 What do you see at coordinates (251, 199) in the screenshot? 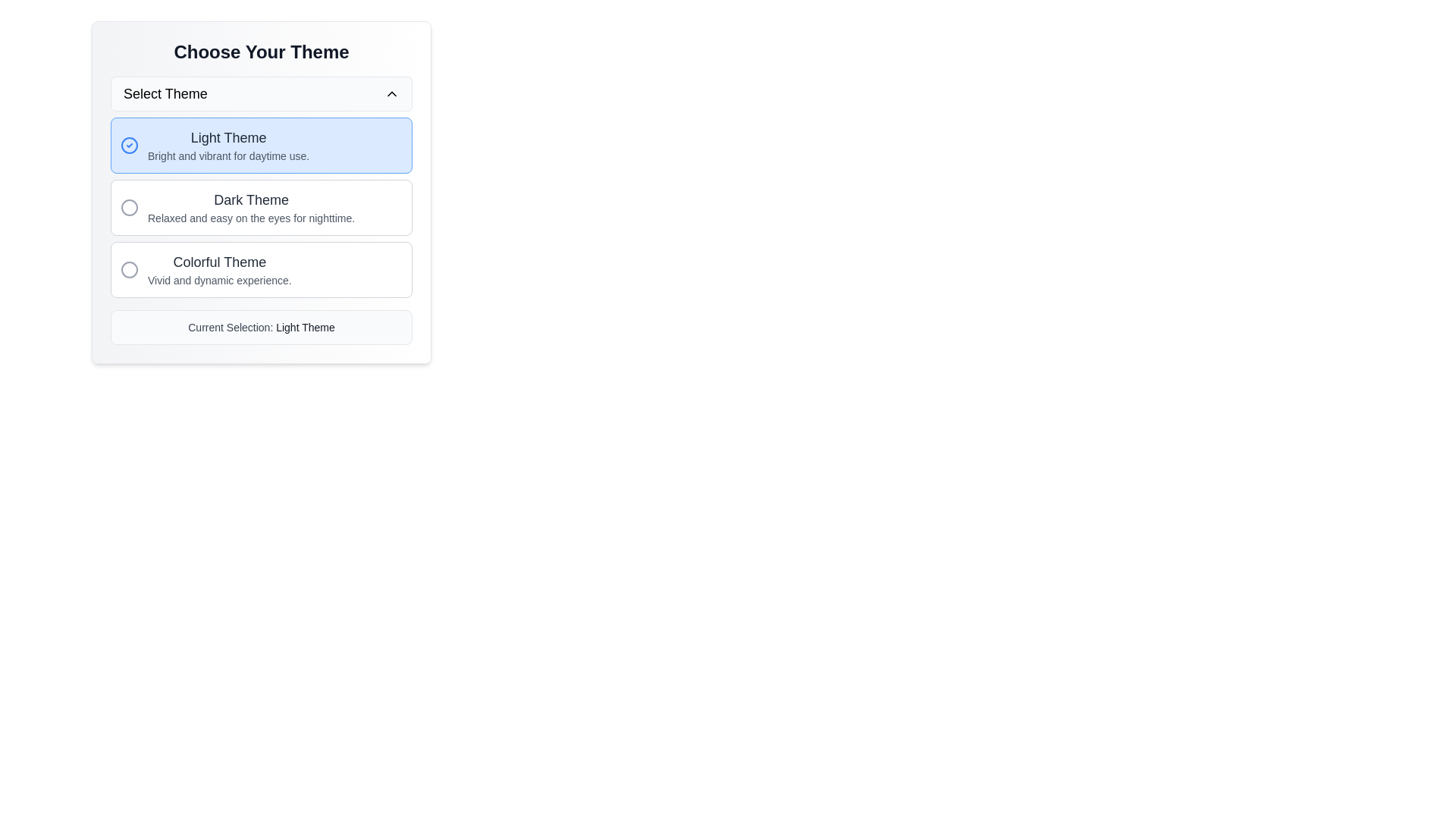
I see `the 'Dark Theme' text label, which is bold and prominently displayed in the 'Choose Your Theme' section, located above the descriptive text` at bounding box center [251, 199].